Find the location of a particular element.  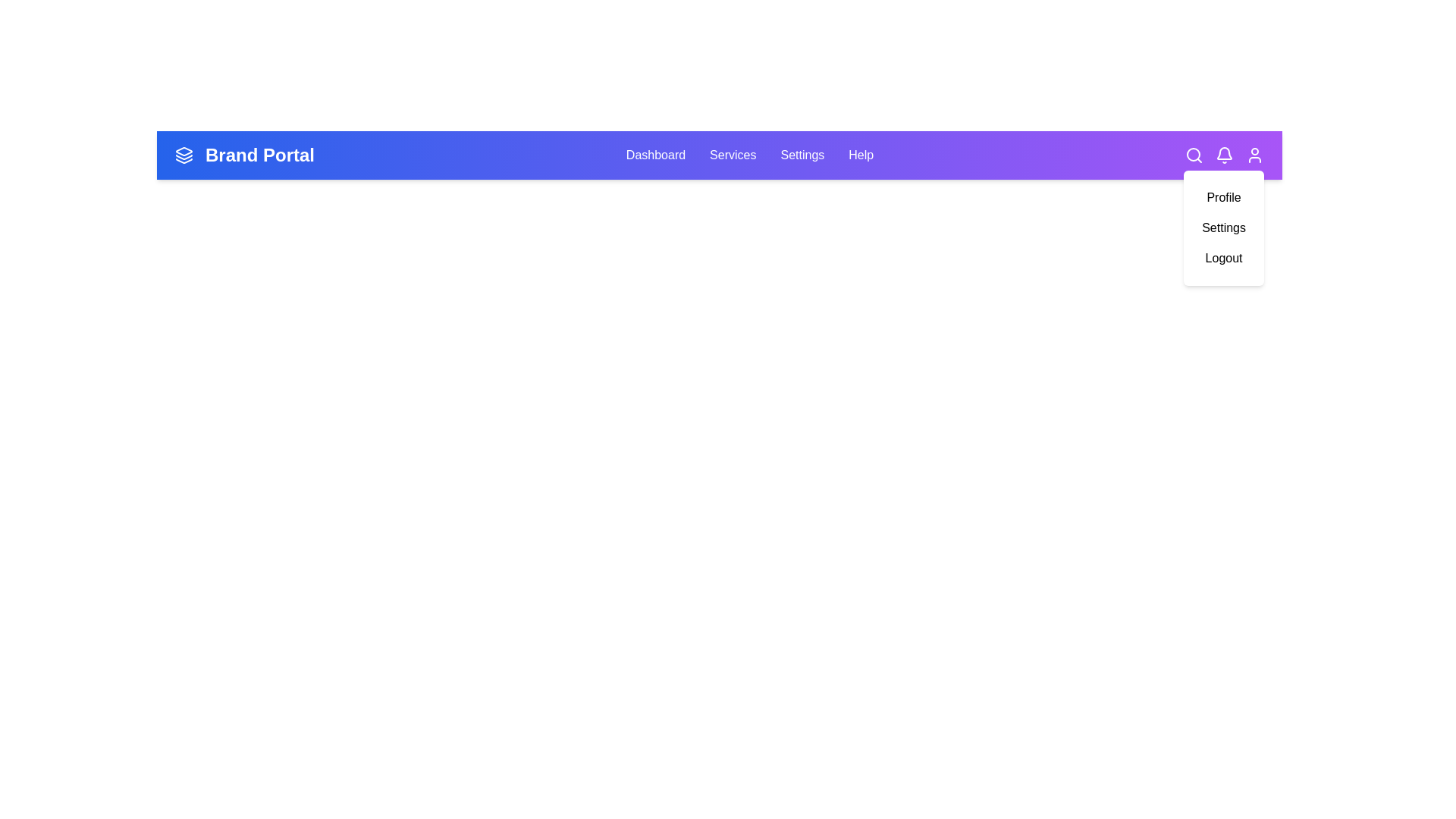

the text label in the navigation bar that serves as the title for the portal, positioned to the right of the layers icon is located at coordinates (260, 155).